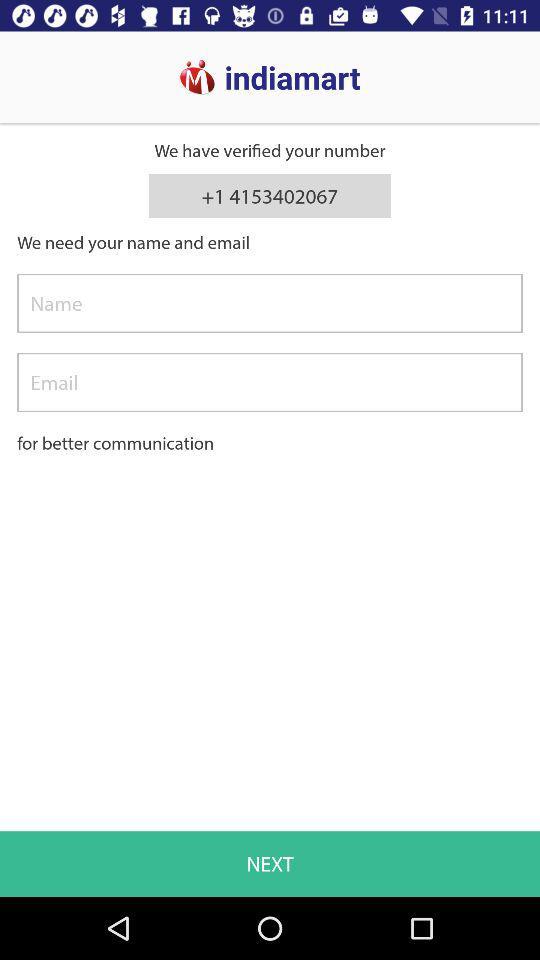 The width and height of the screenshot is (540, 960). What do you see at coordinates (270, 381) in the screenshot?
I see `email address` at bounding box center [270, 381].